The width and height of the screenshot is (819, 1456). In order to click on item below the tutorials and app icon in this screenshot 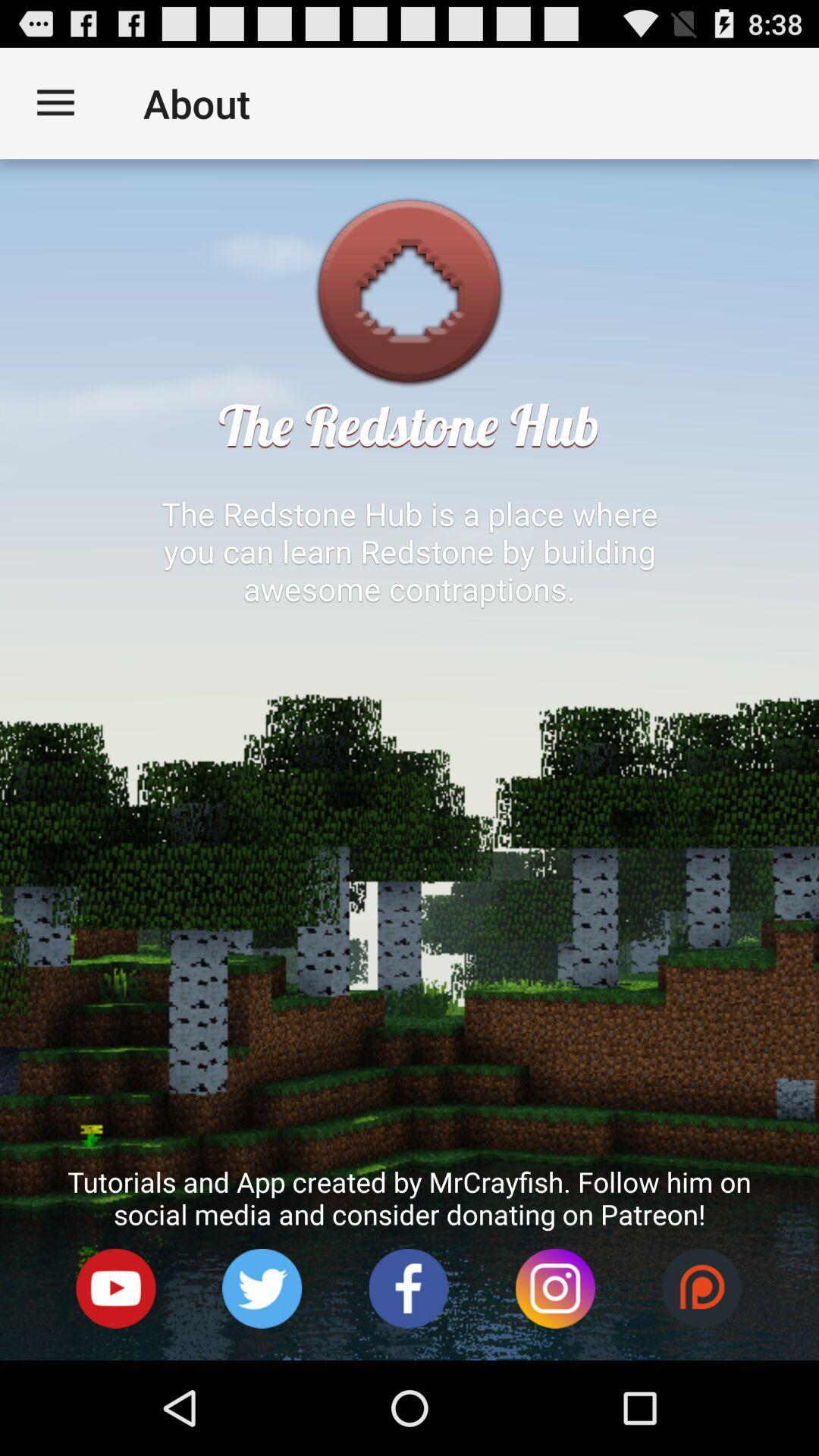, I will do `click(408, 1288)`.